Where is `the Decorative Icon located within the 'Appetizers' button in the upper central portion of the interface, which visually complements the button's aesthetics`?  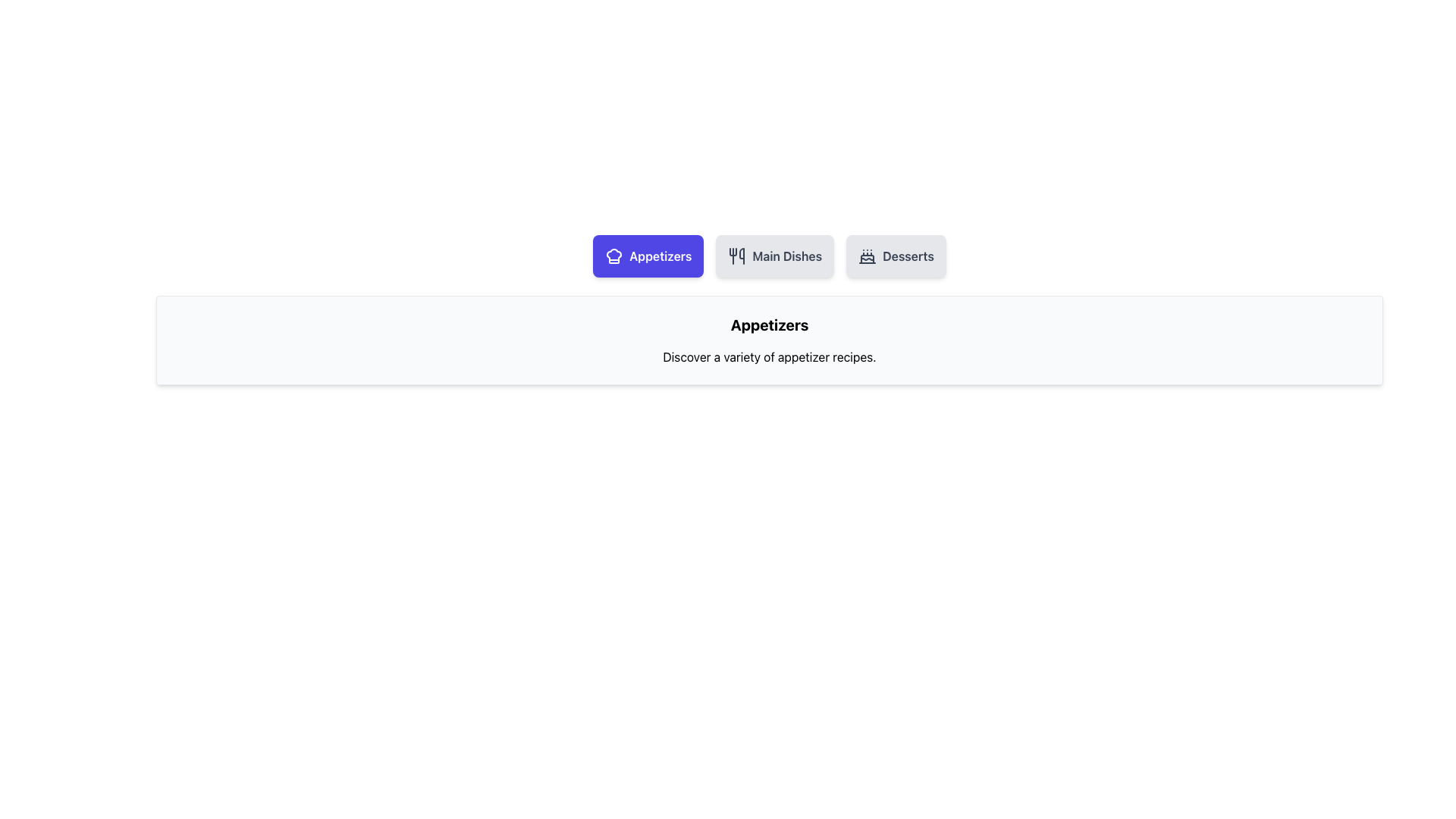
the Decorative Icon located within the 'Appetizers' button in the upper central portion of the interface, which visually complements the button's aesthetics is located at coordinates (614, 256).